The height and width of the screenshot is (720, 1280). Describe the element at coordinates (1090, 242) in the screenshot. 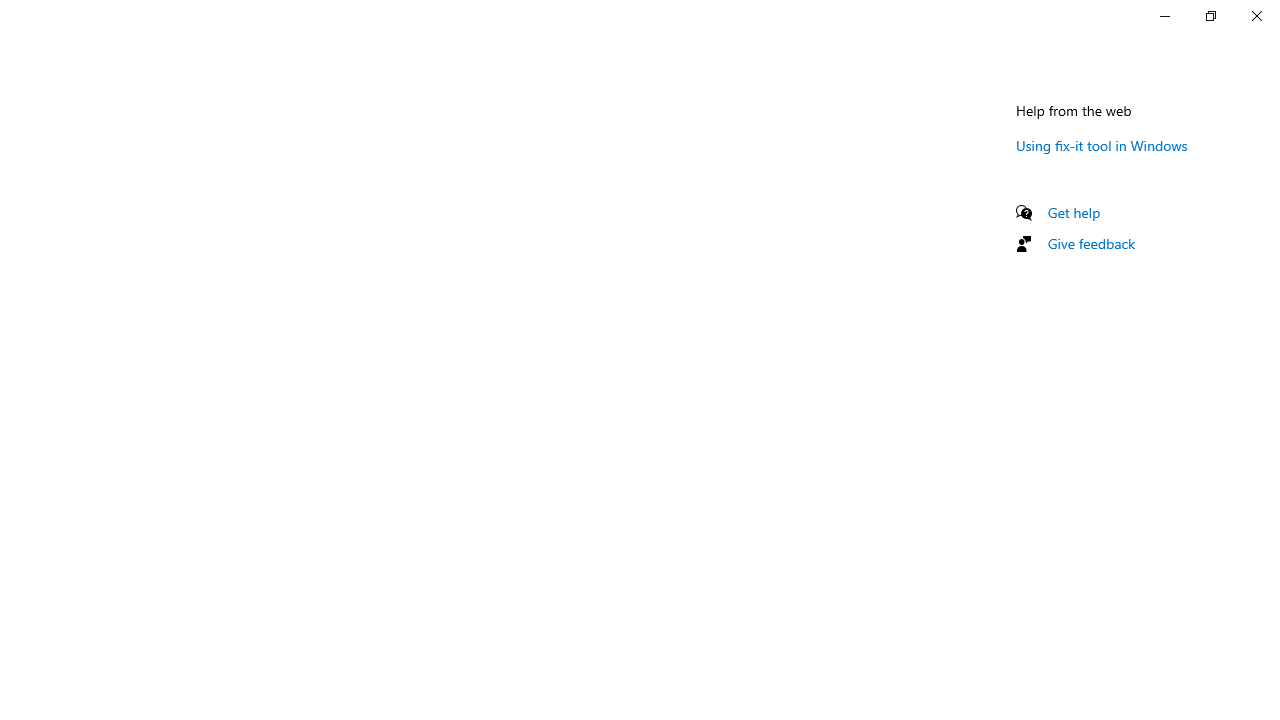

I see `'Give feedback'` at that location.